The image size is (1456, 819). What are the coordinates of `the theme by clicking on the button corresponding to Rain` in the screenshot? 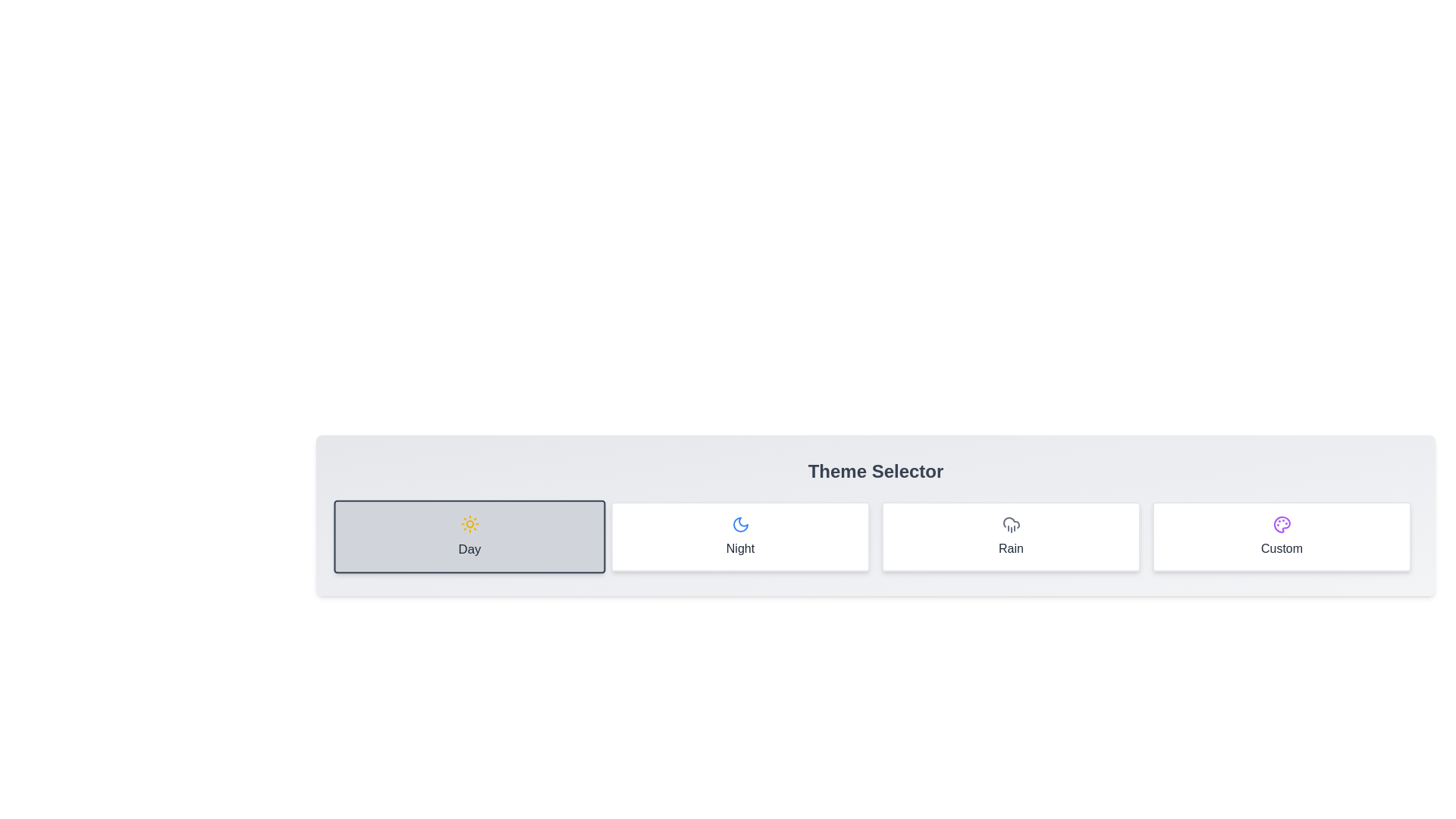 It's located at (1011, 536).